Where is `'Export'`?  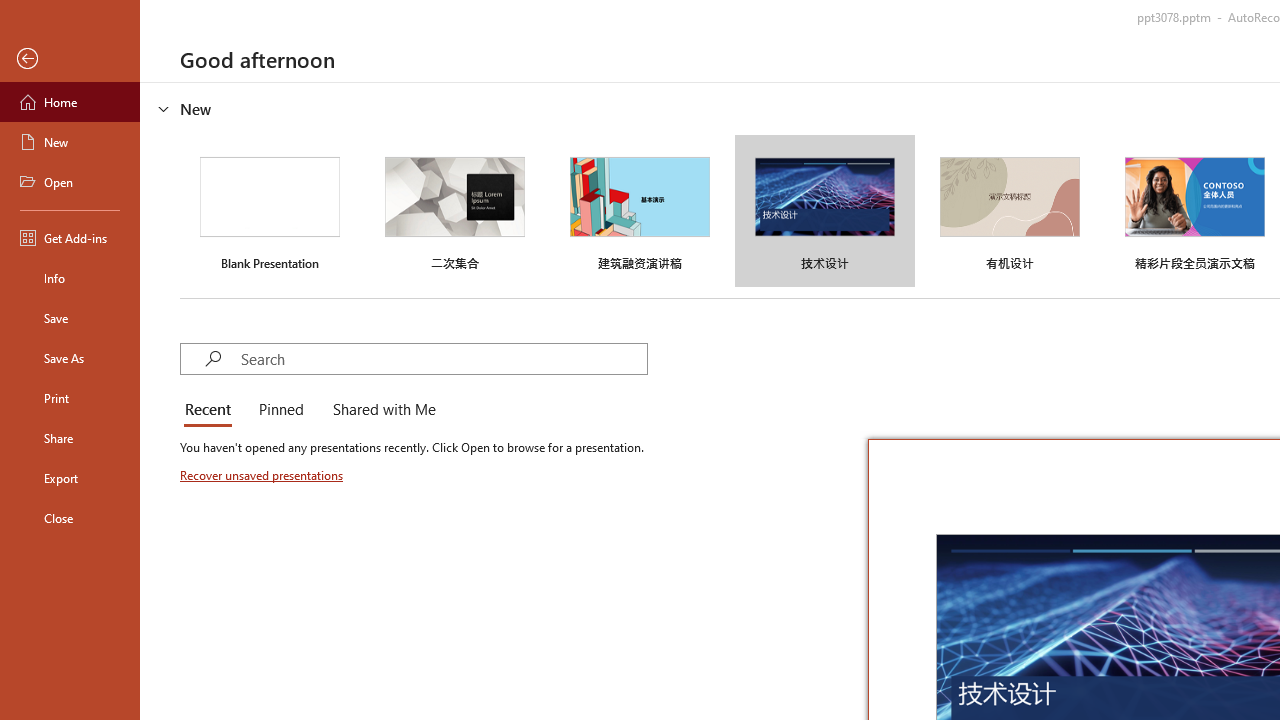
'Export' is located at coordinates (69, 478).